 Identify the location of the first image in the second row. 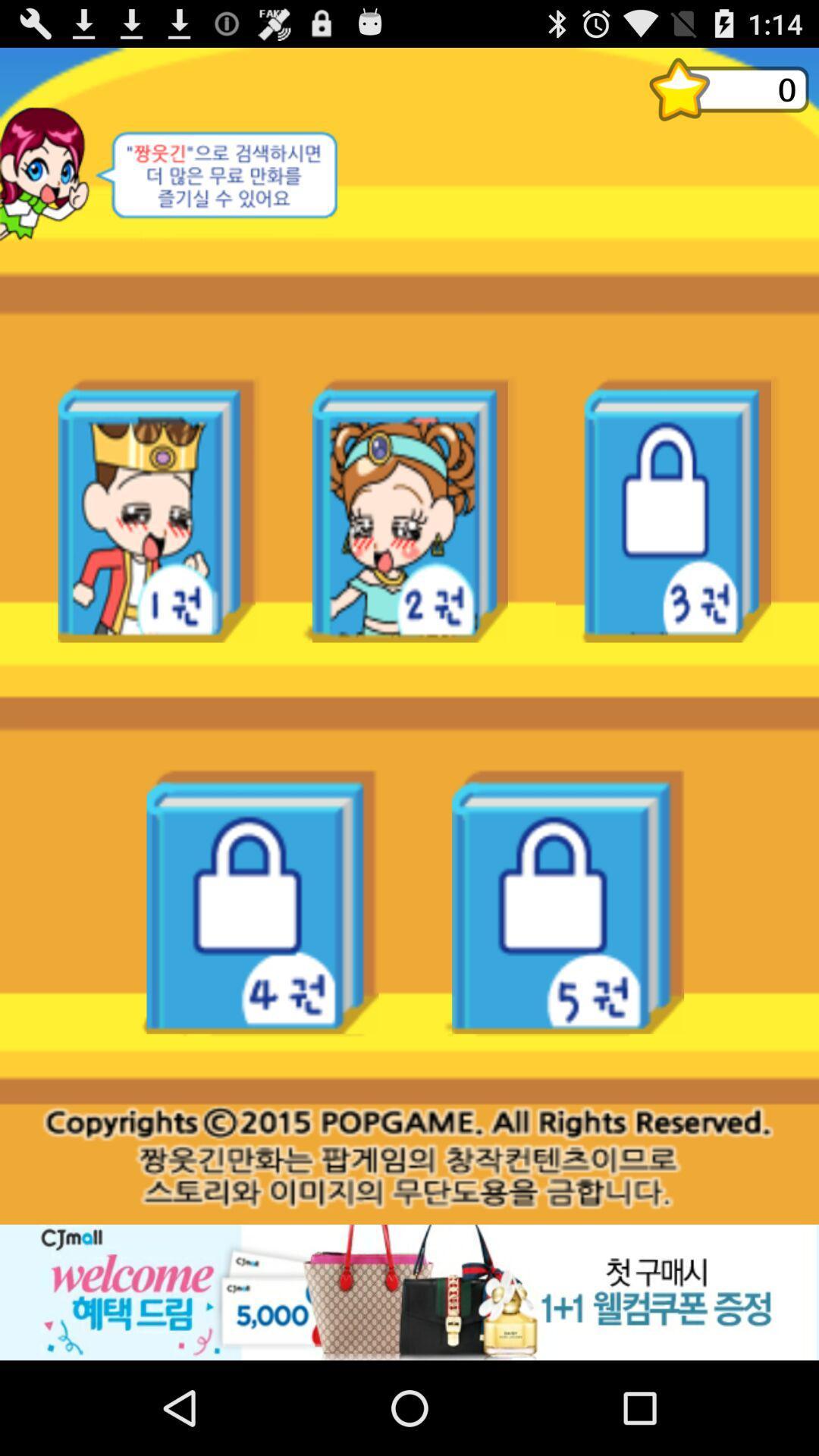
(262, 901).